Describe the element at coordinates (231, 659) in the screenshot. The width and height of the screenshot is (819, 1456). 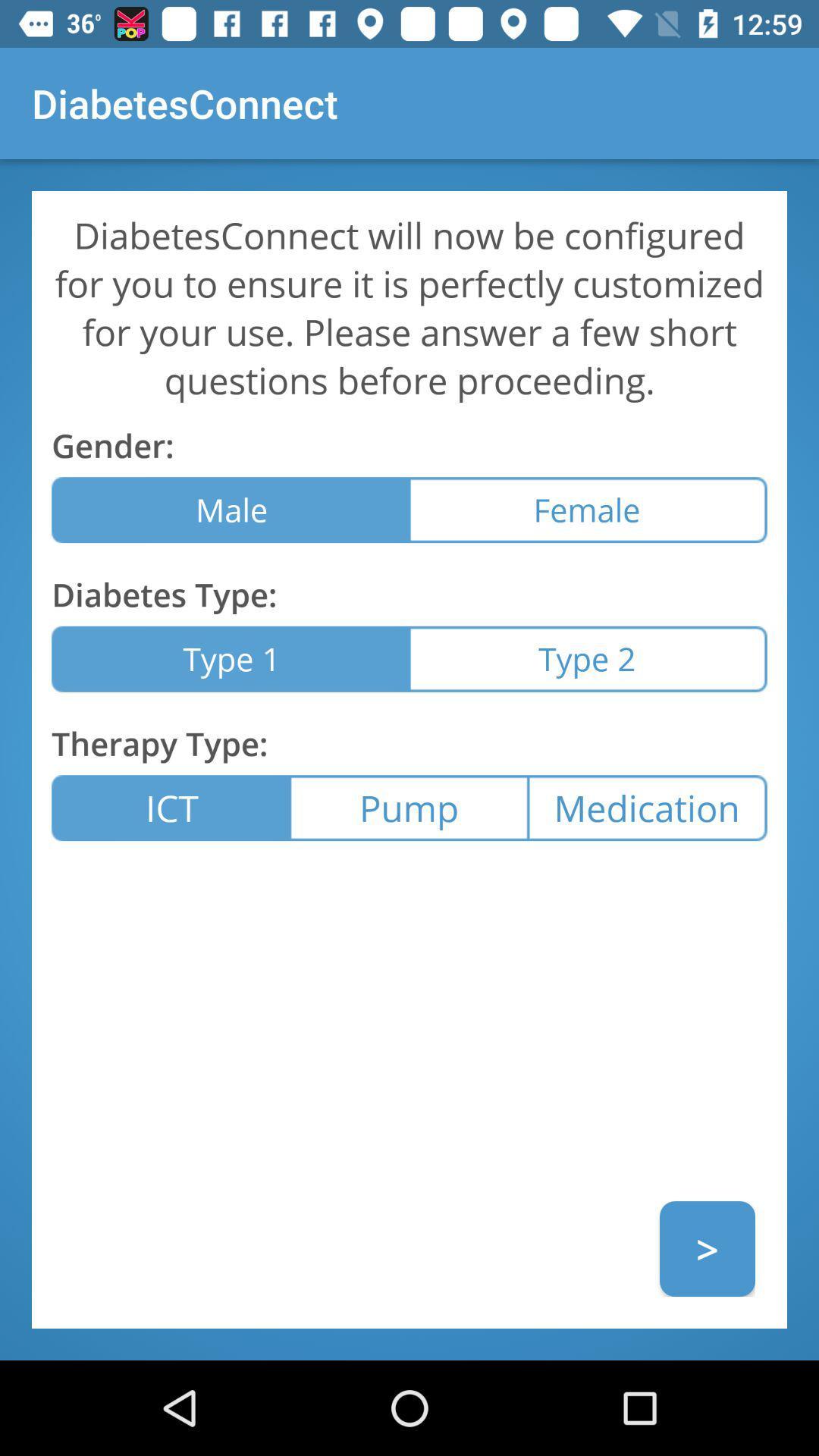
I see `item below the diabetes type: item` at that location.